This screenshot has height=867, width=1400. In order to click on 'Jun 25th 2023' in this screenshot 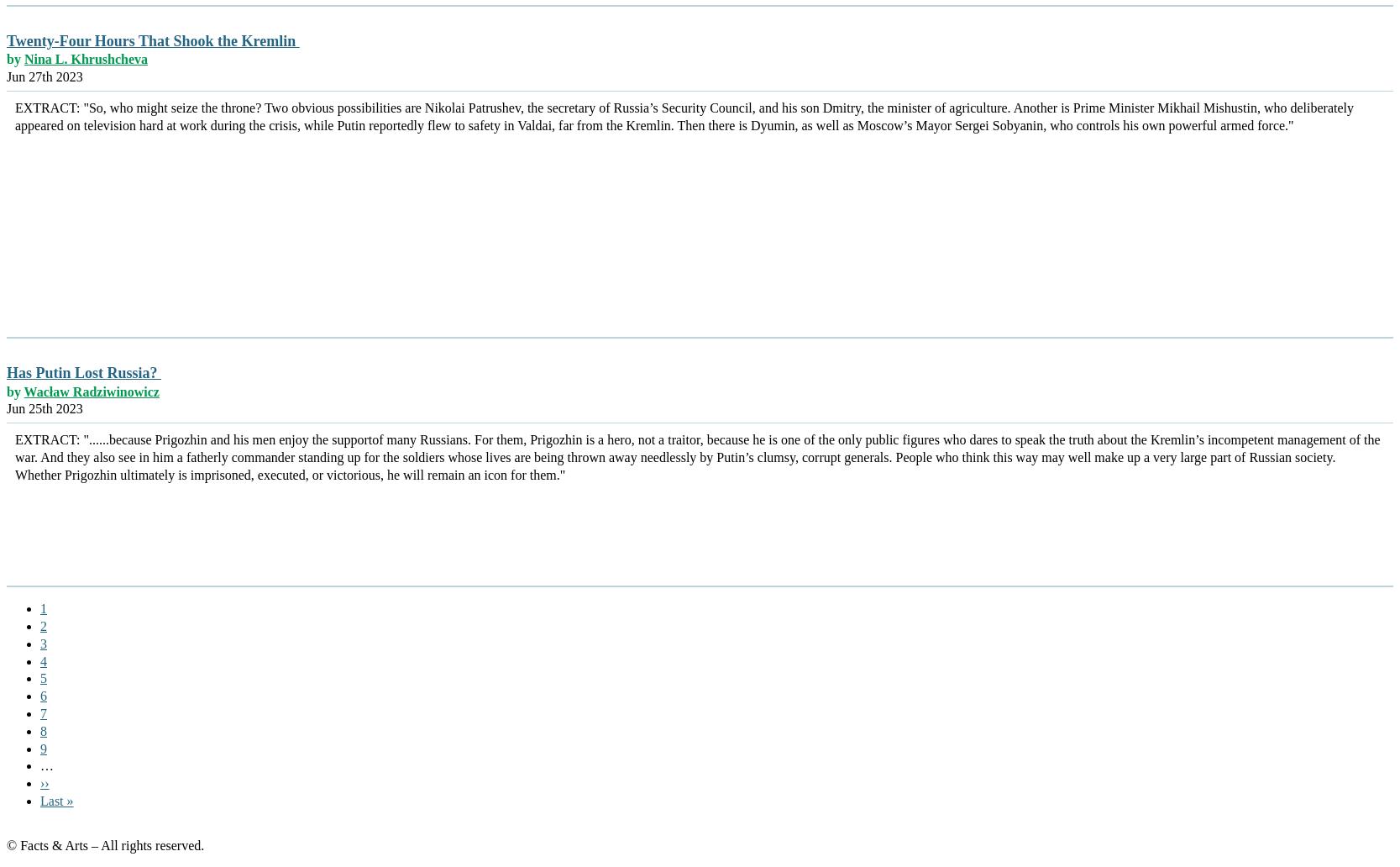, I will do `click(45, 407)`.